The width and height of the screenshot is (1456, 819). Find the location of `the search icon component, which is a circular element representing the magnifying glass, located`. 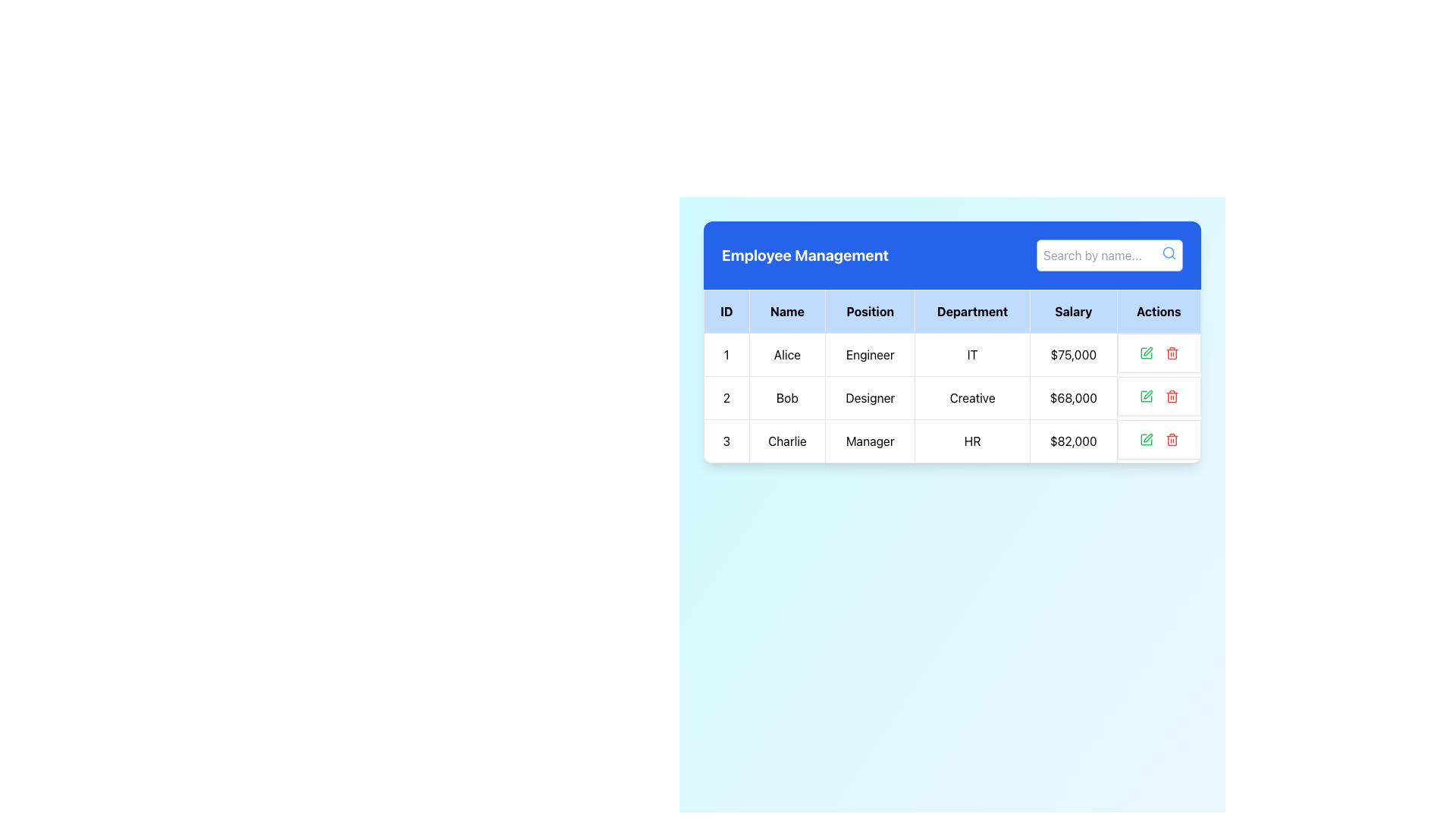

the search icon component, which is a circular element representing the magnifying glass, located is located at coordinates (1167, 251).